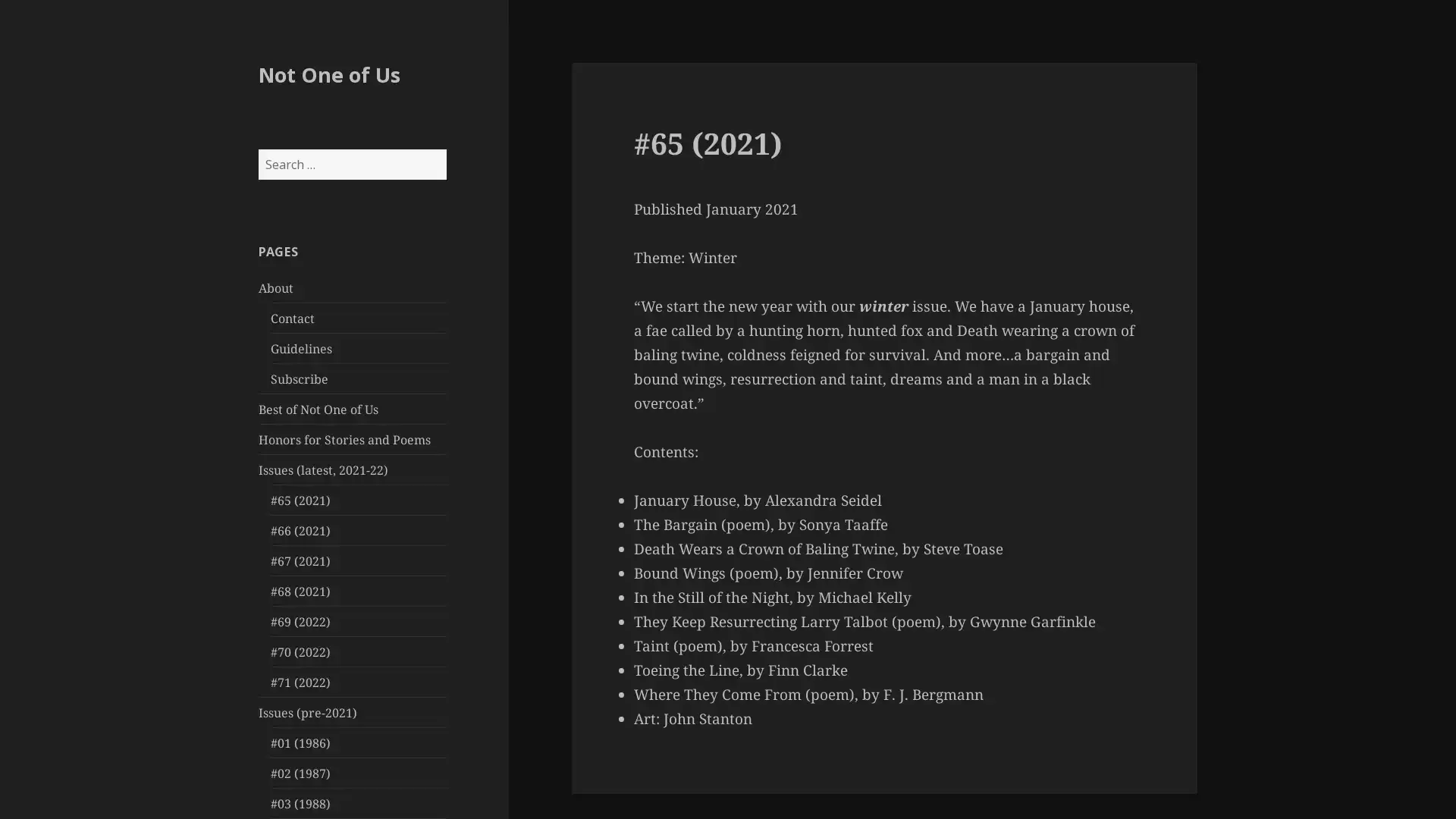 This screenshot has height=819, width=1456. I want to click on Search, so click(444, 149).